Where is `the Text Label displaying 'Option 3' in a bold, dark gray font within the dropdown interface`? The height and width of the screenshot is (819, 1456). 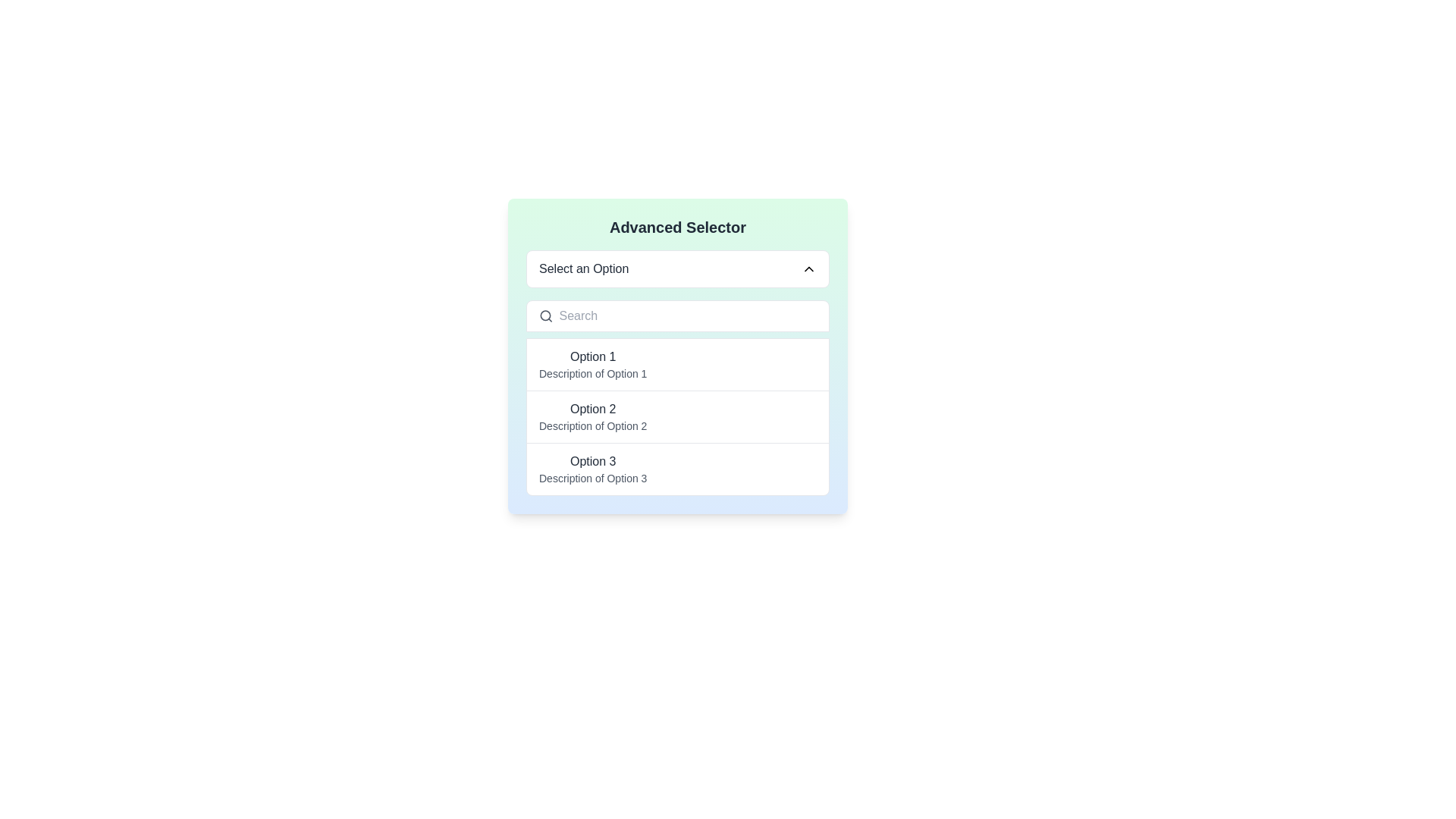
the Text Label displaying 'Option 3' in a bold, dark gray font within the dropdown interface is located at coordinates (592, 461).